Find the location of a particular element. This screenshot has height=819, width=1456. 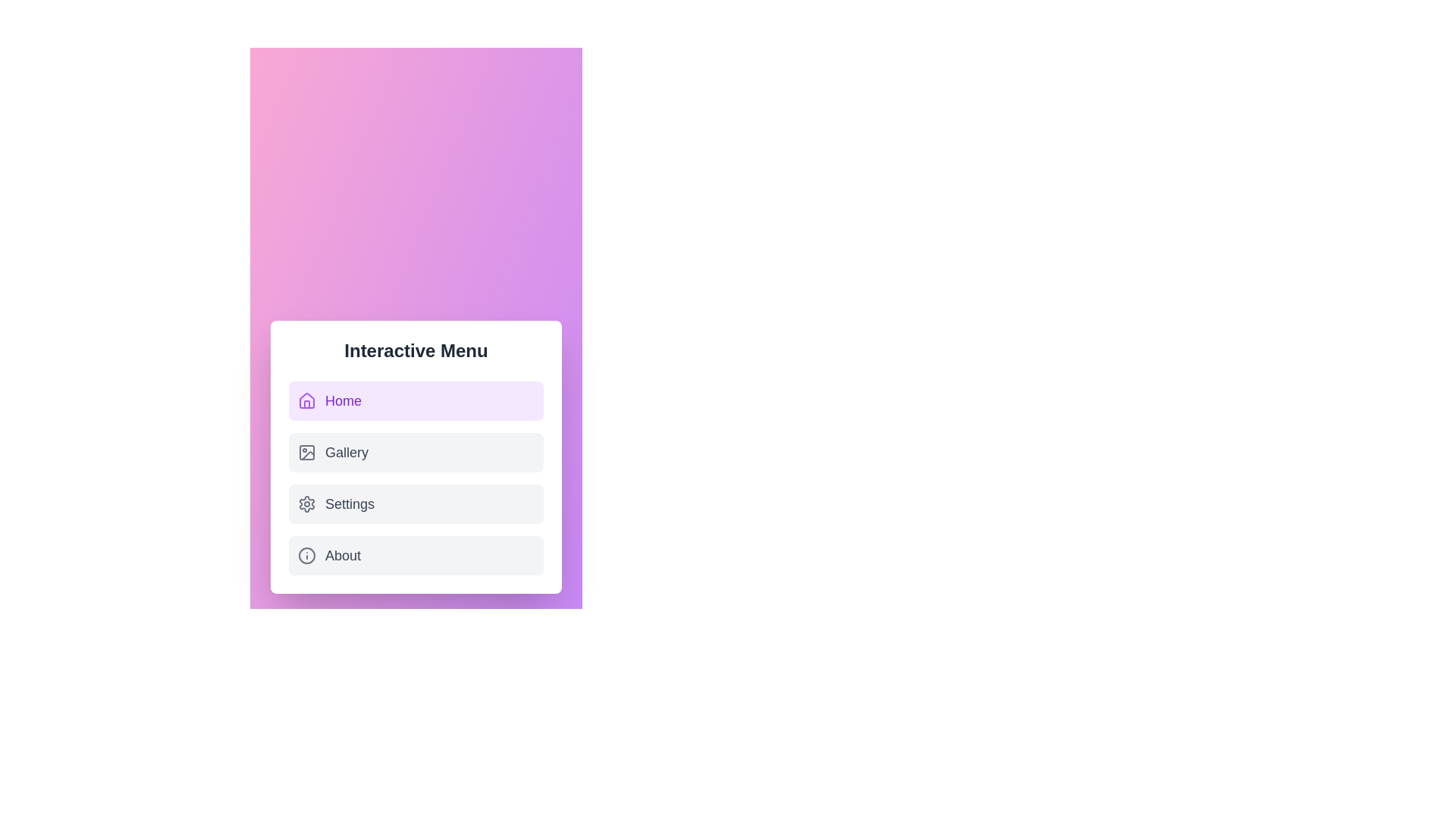

the icon next to the tab label About is located at coordinates (306, 555).